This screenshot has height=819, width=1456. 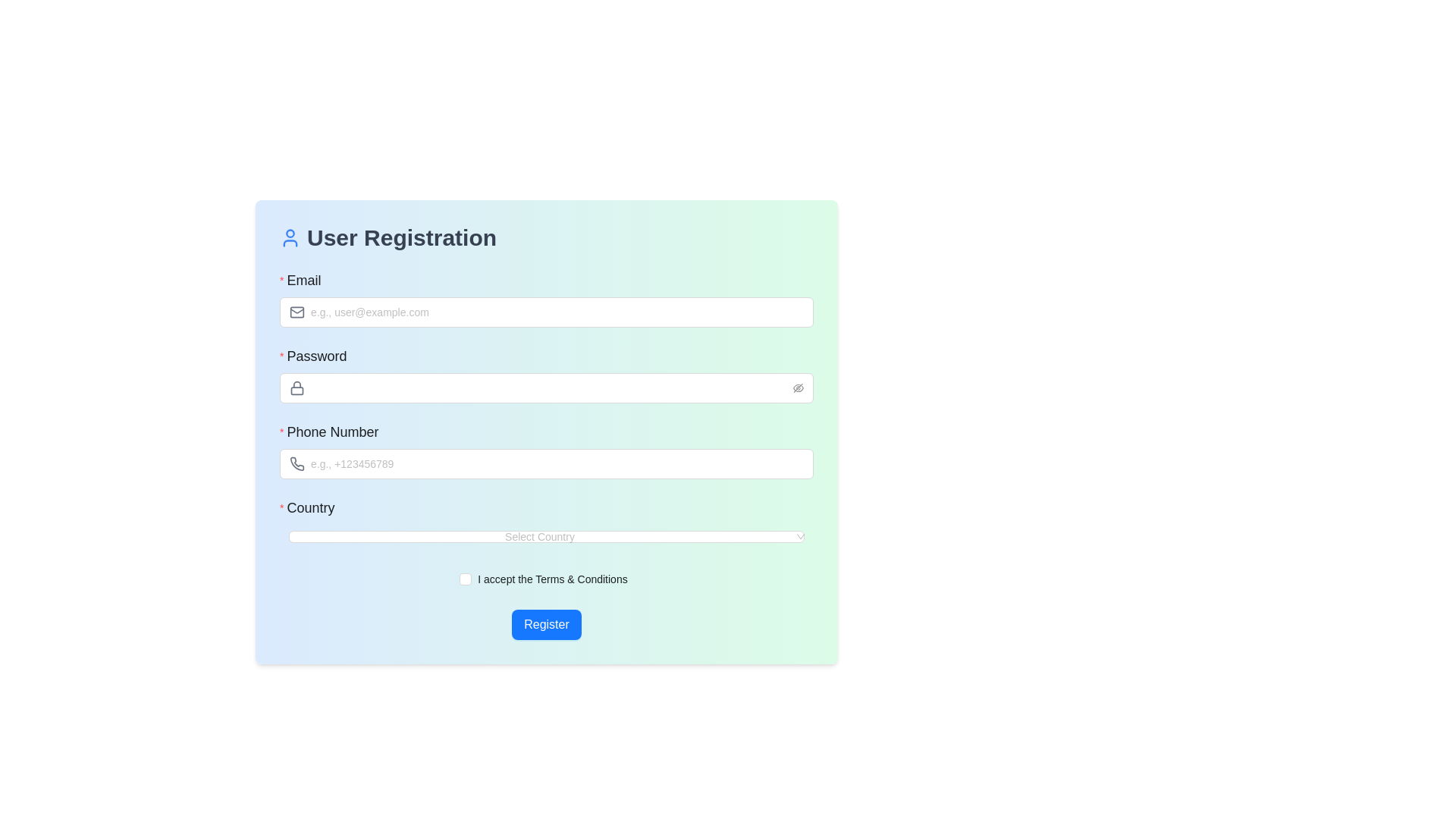 I want to click on the lock icon which is styled in a gray tone and positioned to the left within the 'Password' input field, so click(x=297, y=388).